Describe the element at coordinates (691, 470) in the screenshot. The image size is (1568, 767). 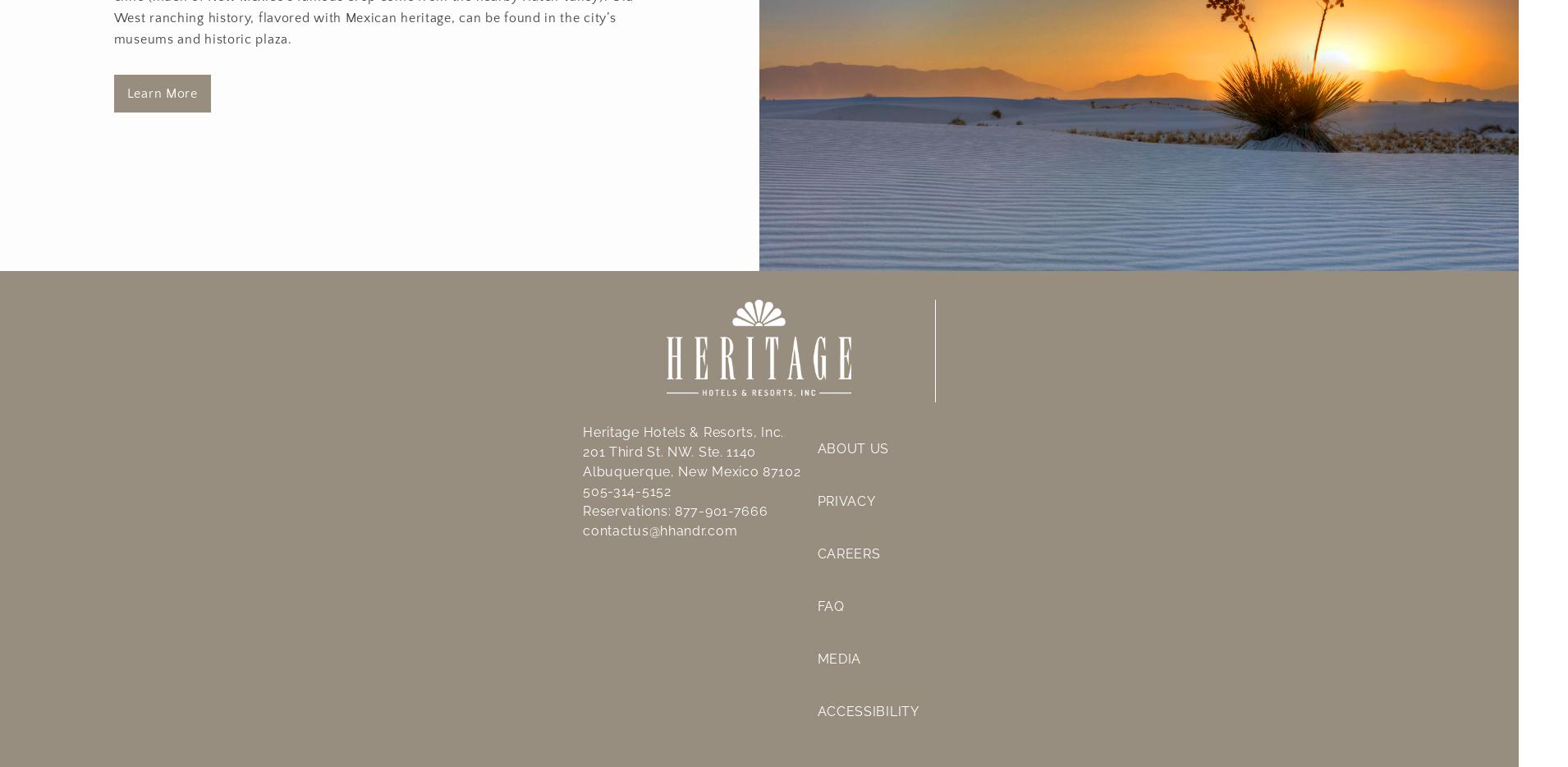
I see `'Albuquerque, New Mexico 87102'` at that location.